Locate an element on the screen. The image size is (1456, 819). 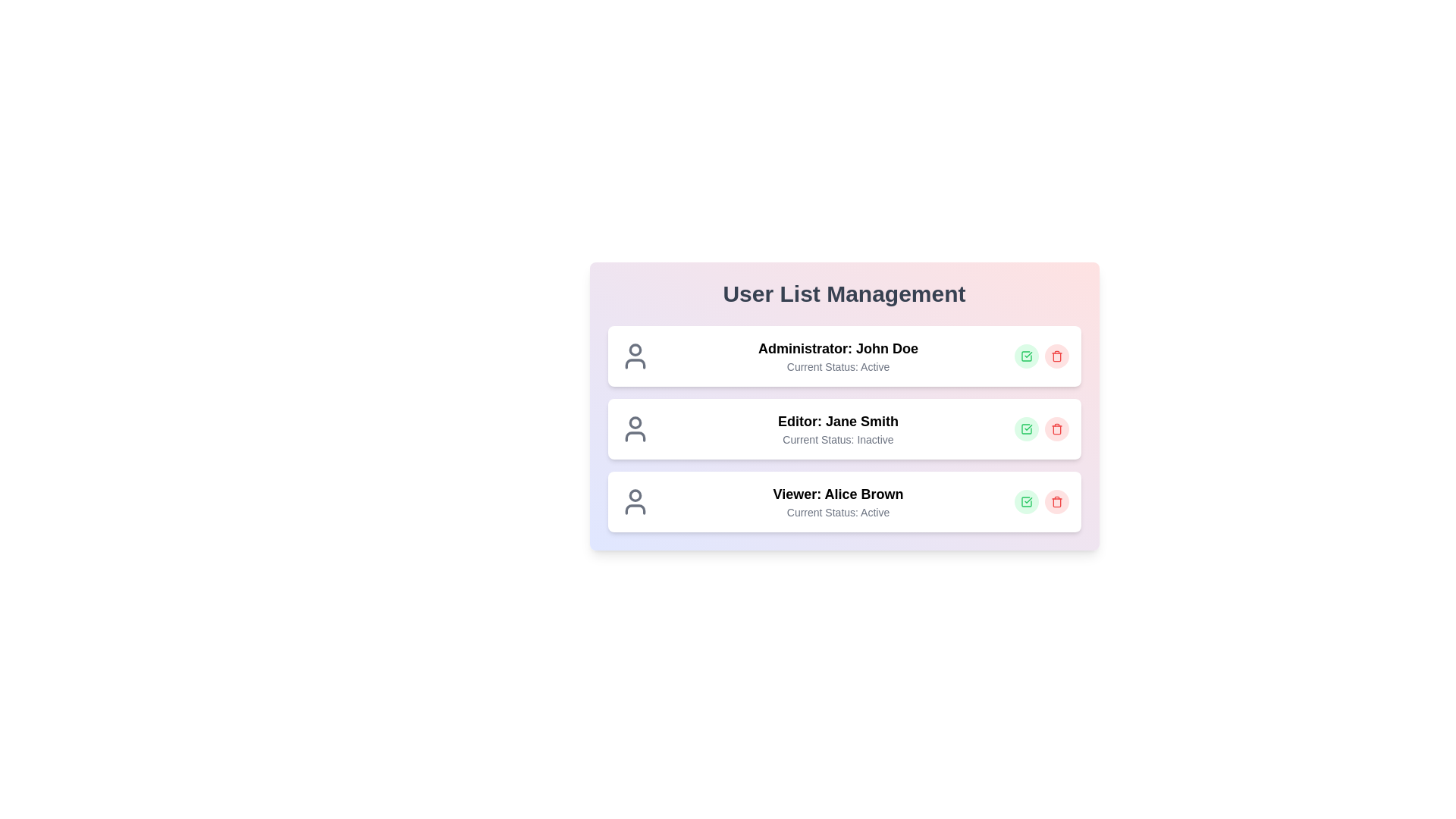
the circular red button with a trash icon located in the row of 'Viewer: Alice Brown' is located at coordinates (1056, 502).